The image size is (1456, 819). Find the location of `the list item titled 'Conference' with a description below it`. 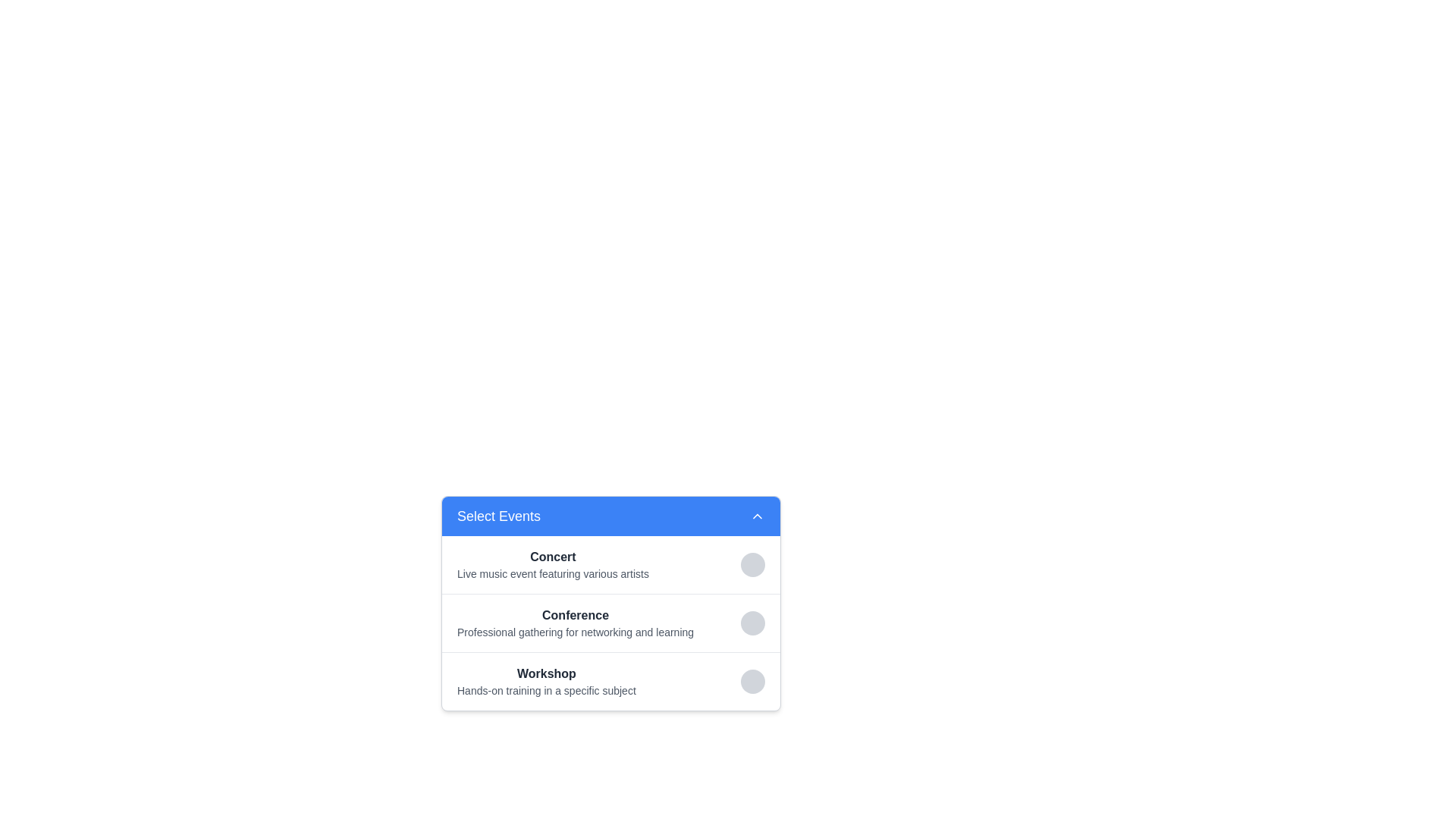

the list item titled 'Conference' with a description below it is located at coordinates (611, 623).